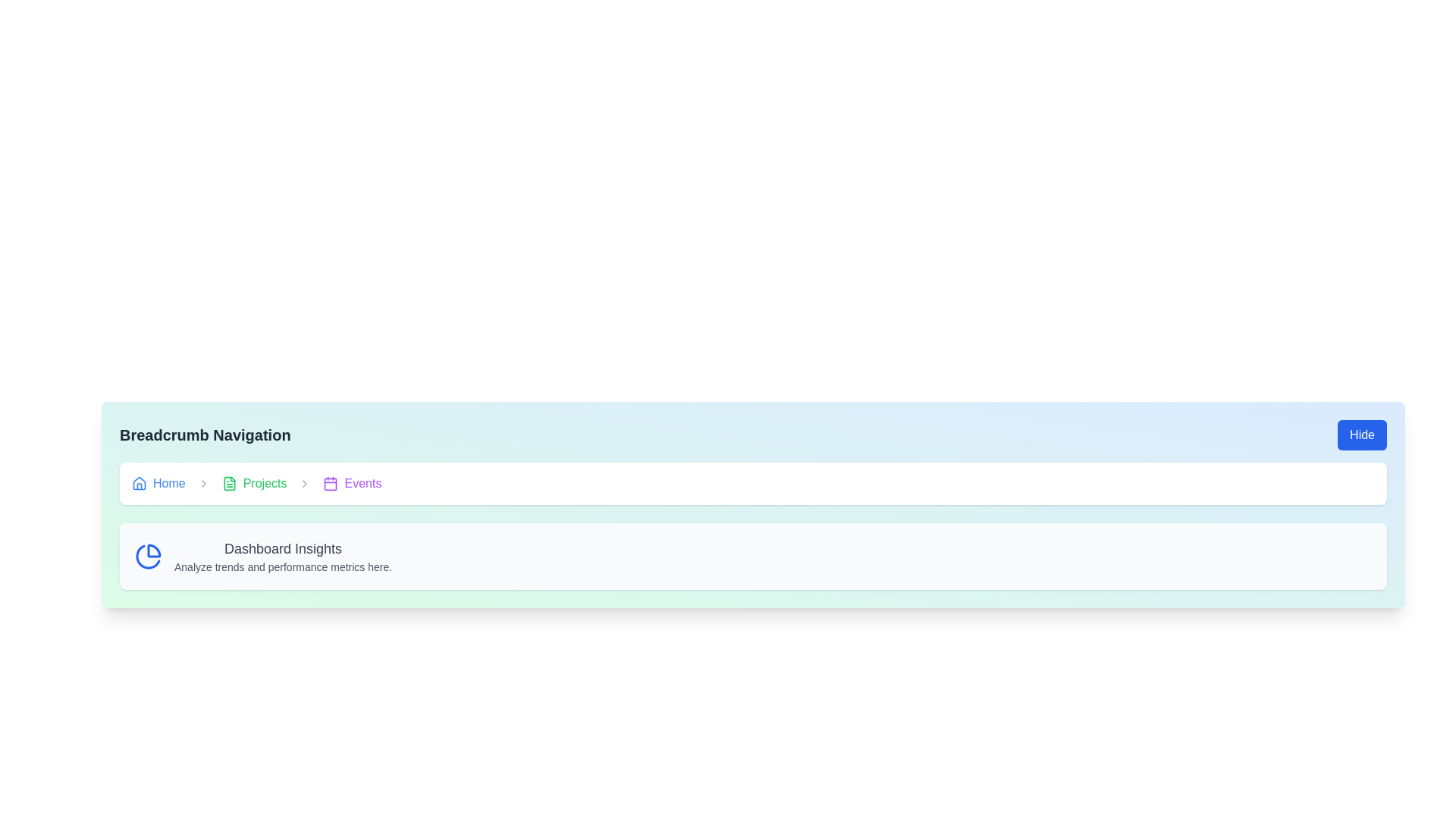 This screenshot has width=1456, height=819. Describe the element at coordinates (283, 556) in the screenshot. I see `details from the Textual Label displaying 'Dashboard Insights' and its description 'Analyze trends and performance metrics here.'` at that location.